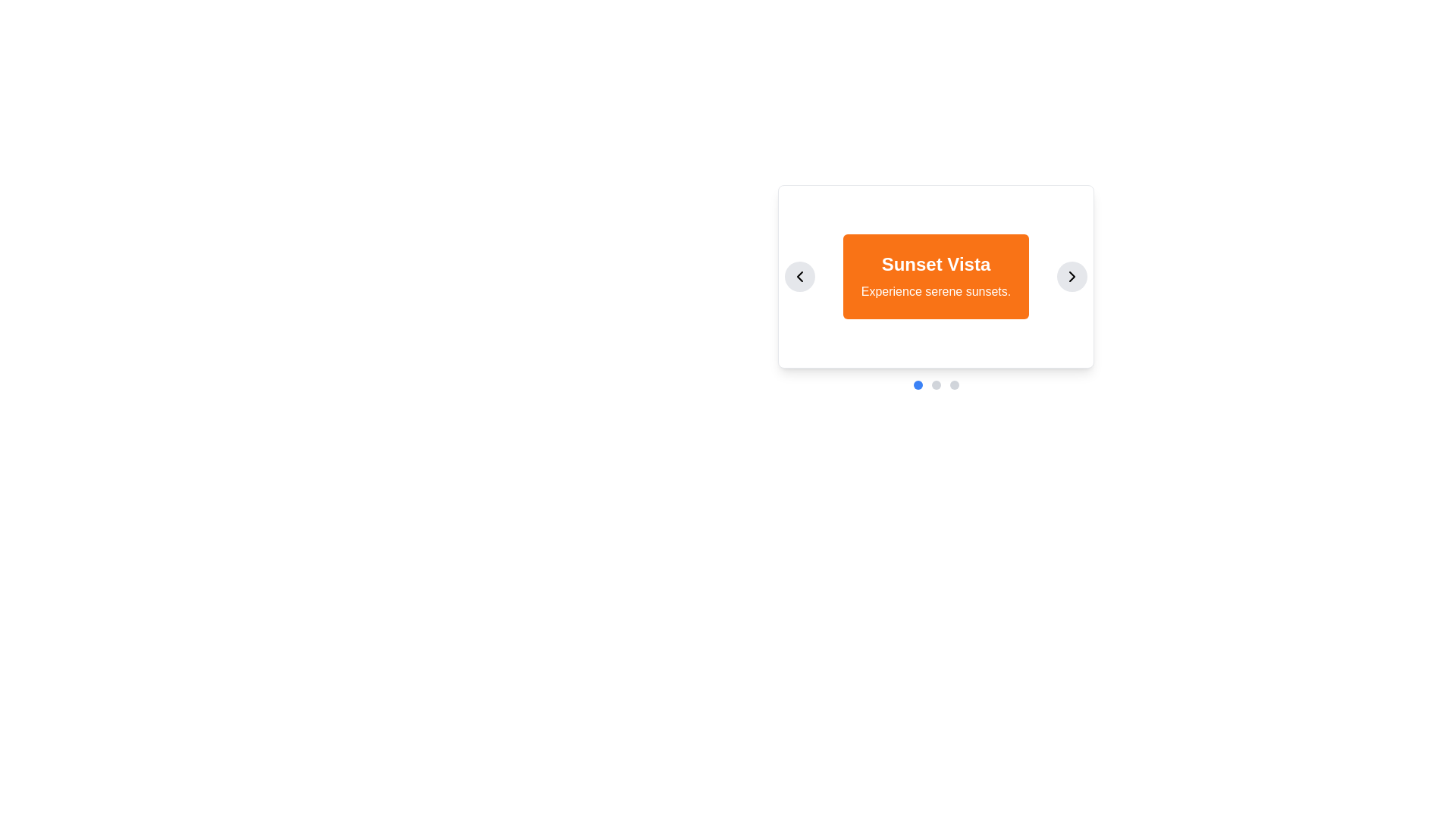  What do you see at coordinates (917, 384) in the screenshot?
I see `the first dot navigation indicator` at bounding box center [917, 384].